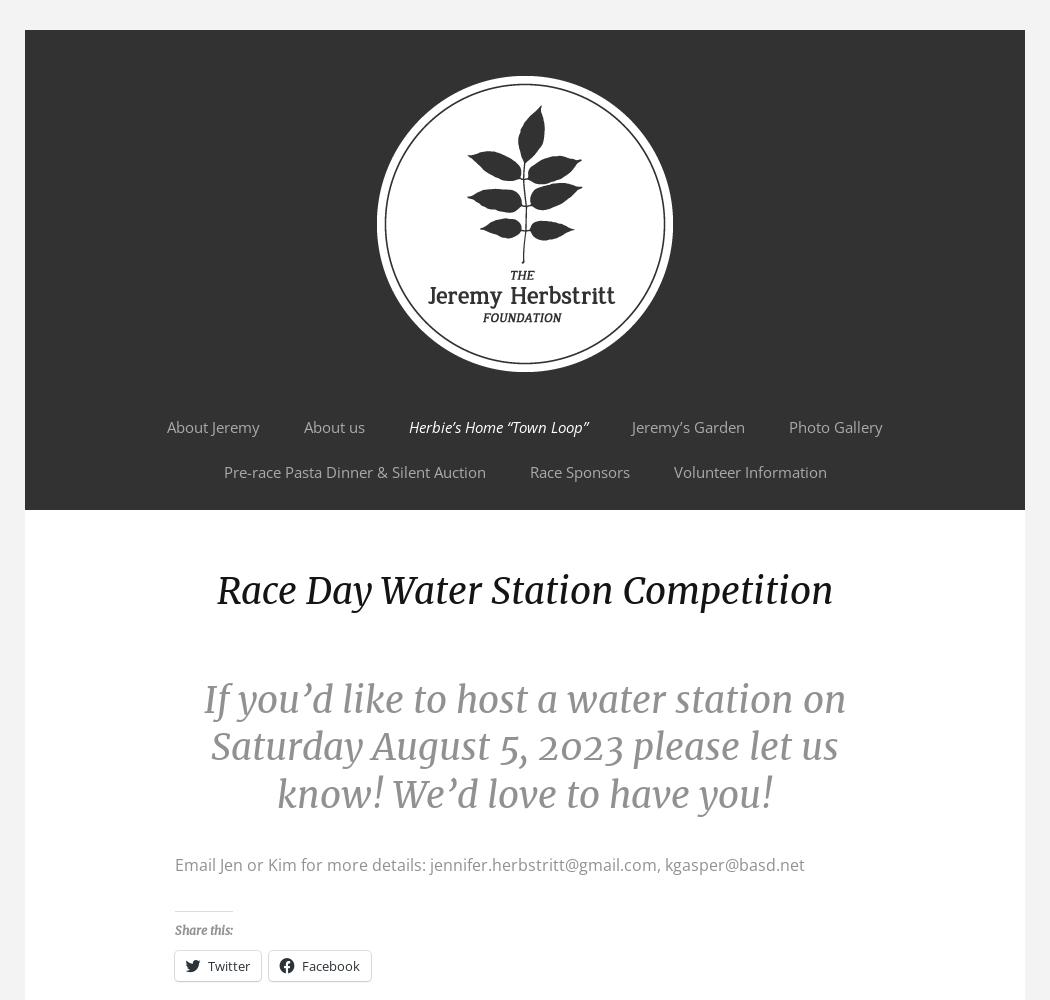  Describe the element at coordinates (203, 930) in the screenshot. I see `'Share this:'` at that location.